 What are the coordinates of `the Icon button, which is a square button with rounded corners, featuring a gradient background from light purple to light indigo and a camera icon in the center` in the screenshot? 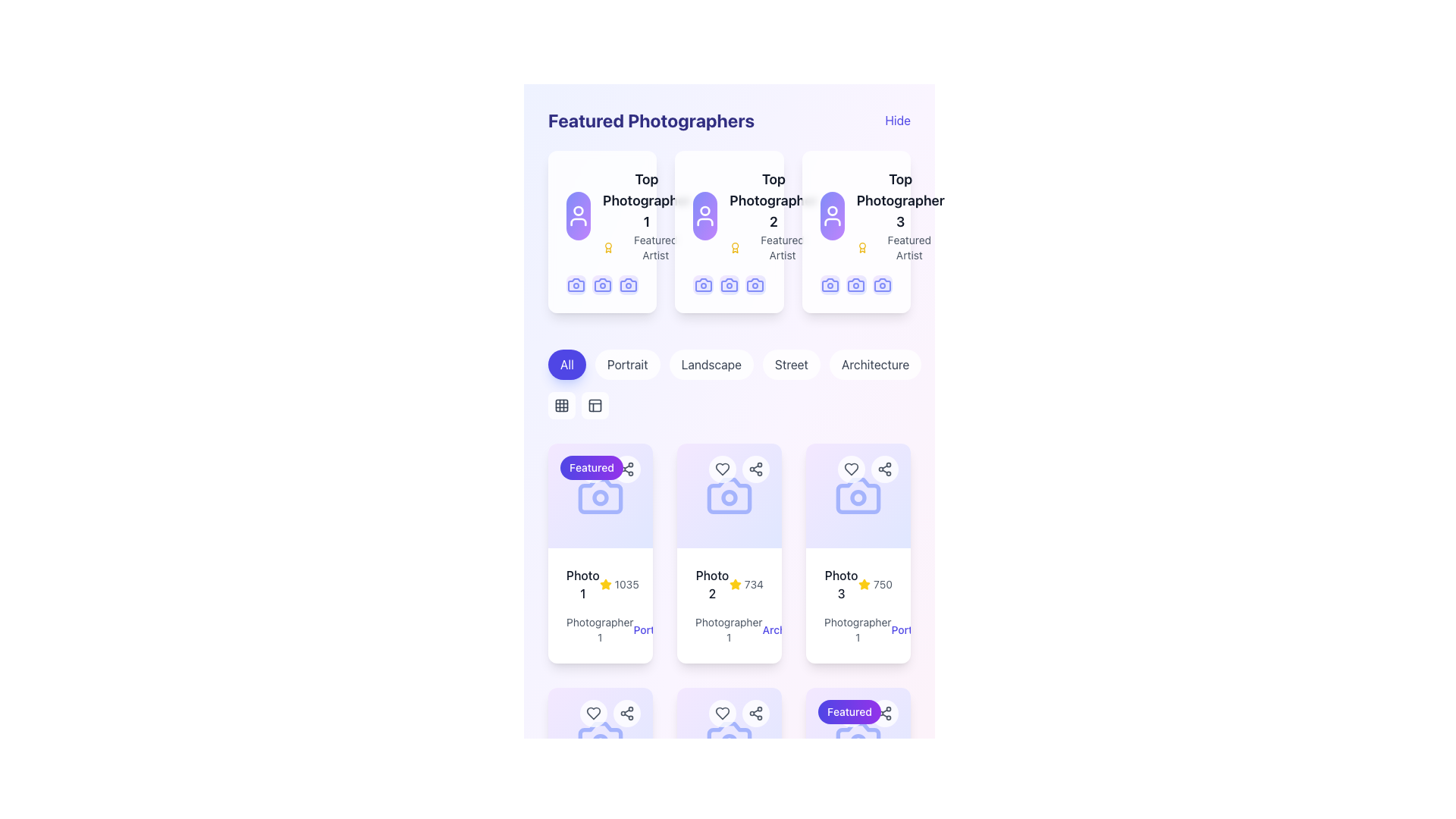 It's located at (882, 285).